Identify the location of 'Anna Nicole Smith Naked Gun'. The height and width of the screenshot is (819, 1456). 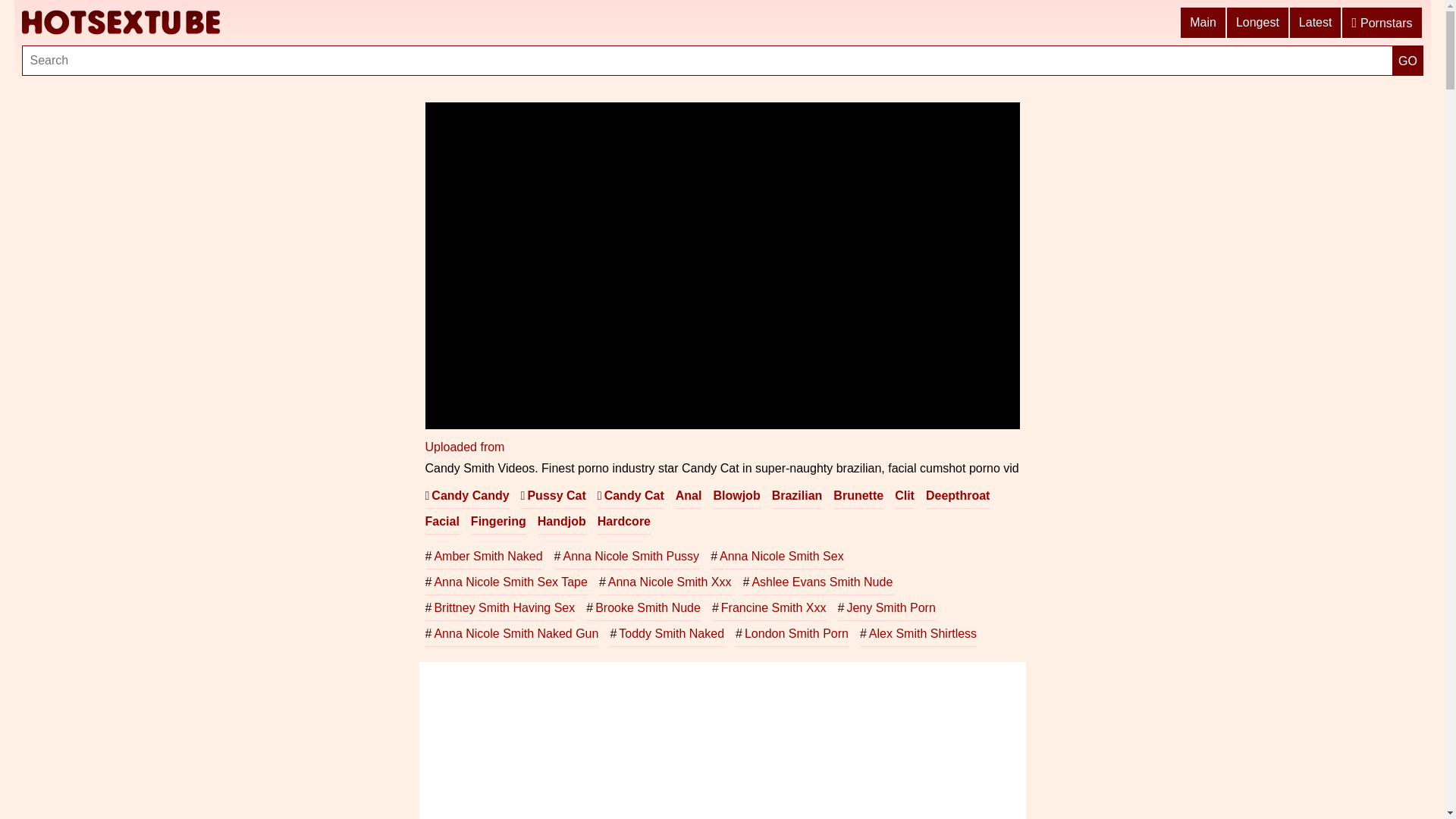
(511, 634).